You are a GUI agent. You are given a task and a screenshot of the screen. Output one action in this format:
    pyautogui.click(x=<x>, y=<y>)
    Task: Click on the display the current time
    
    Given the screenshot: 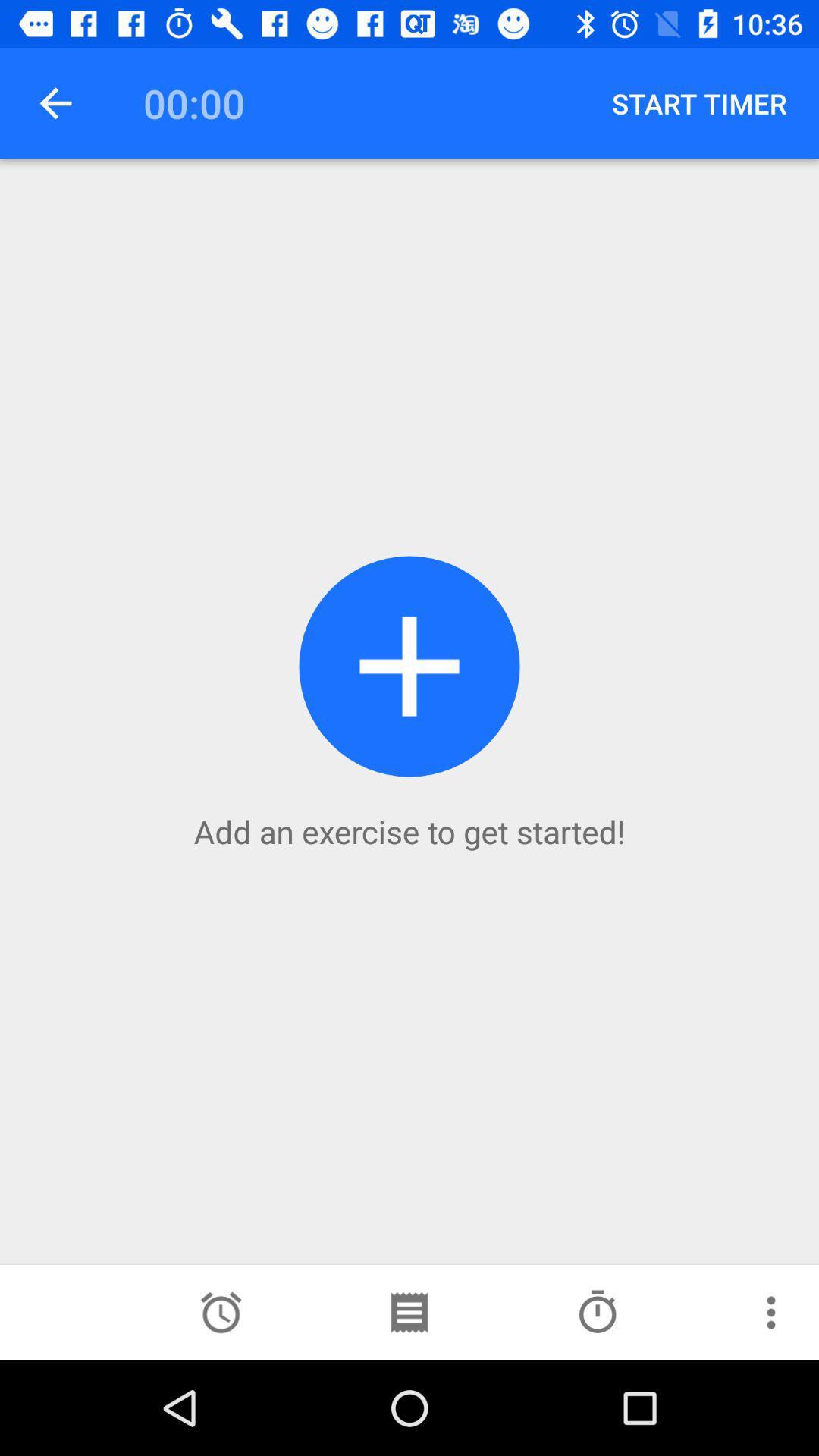 What is the action you would take?
    pyautogui.click(x=221, y=1312)
    